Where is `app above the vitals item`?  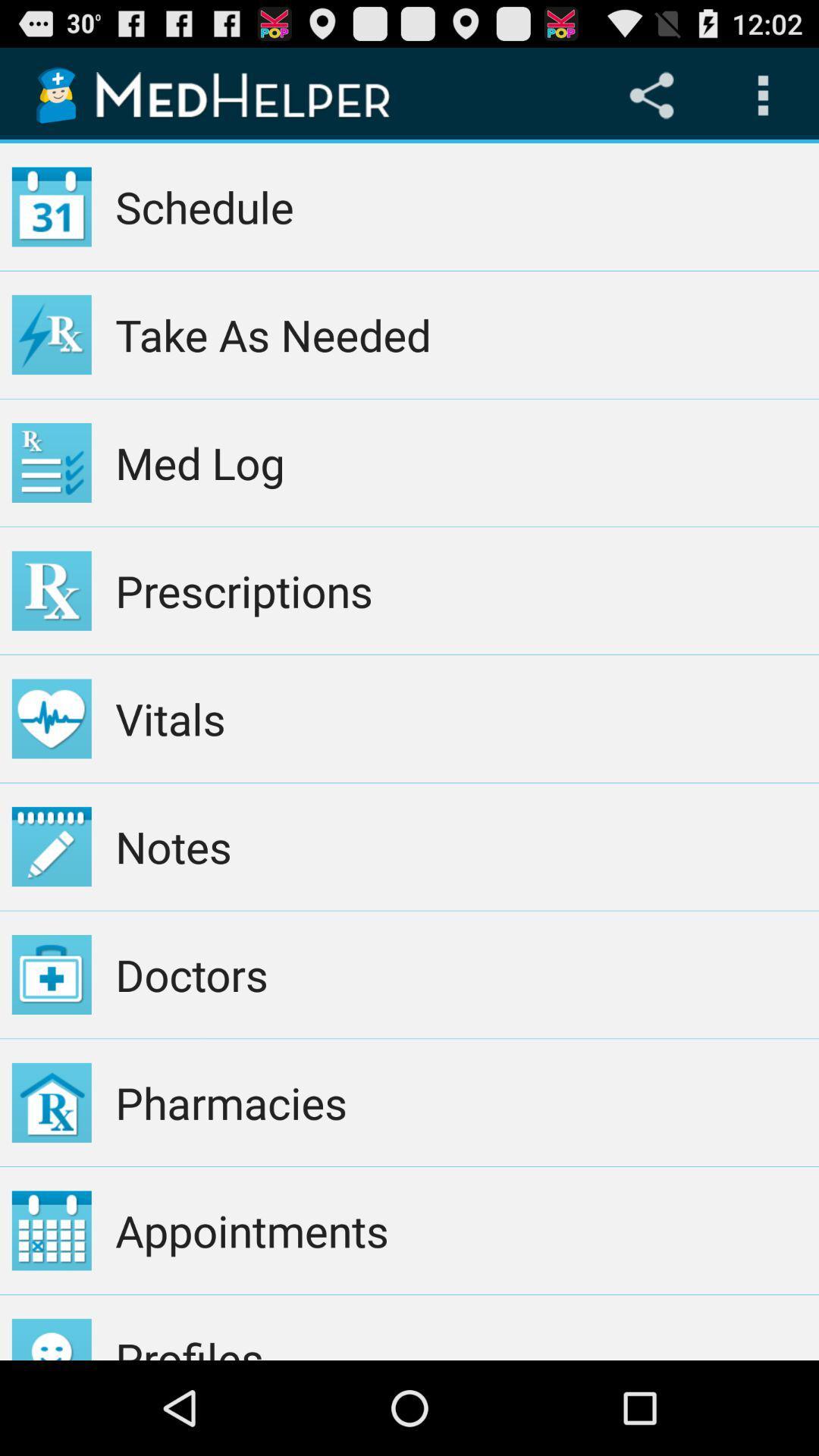
app above the vitals item is located at coordinates (460, 590).